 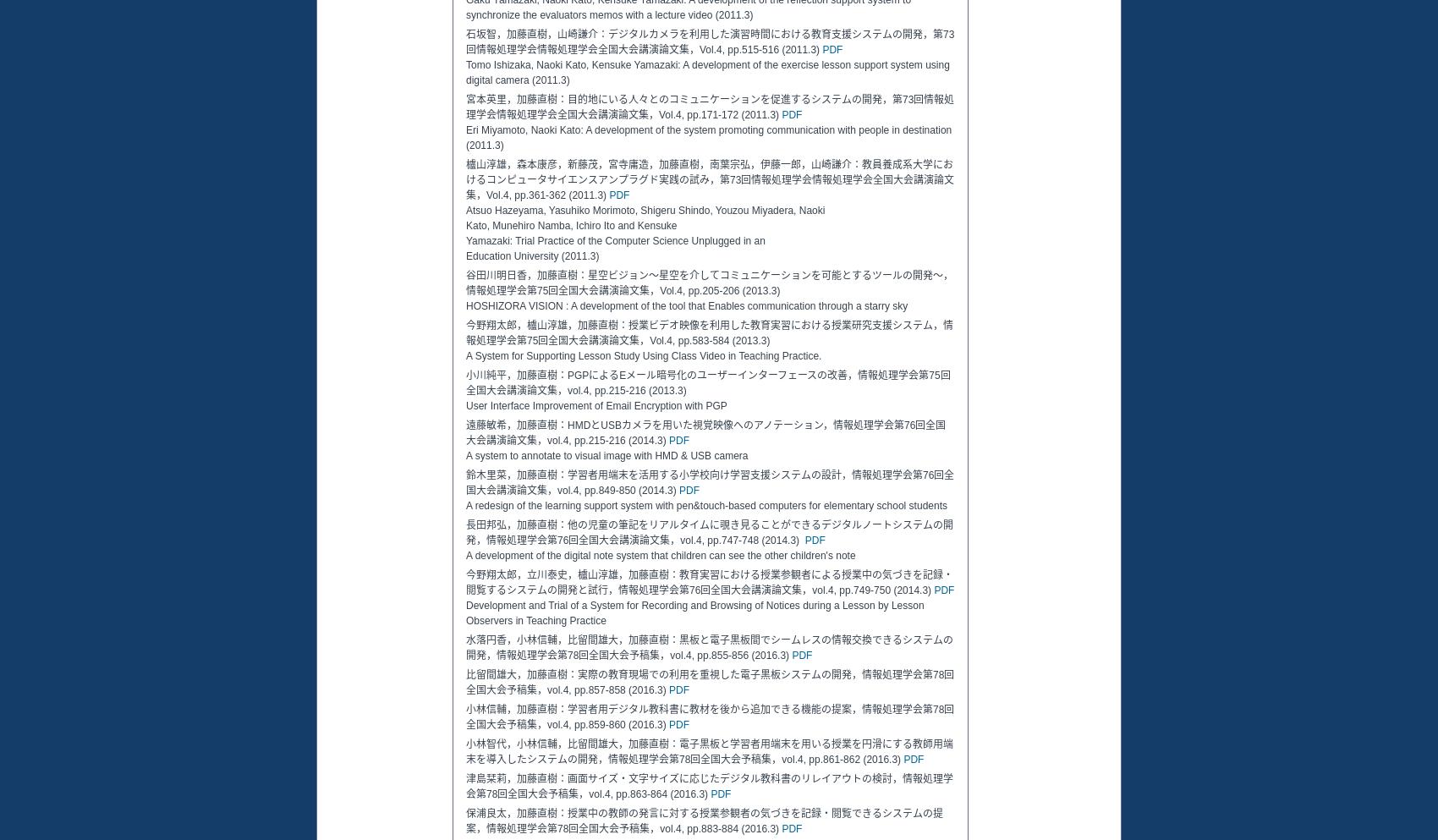 What do you see at coordinates (707, 136) in the screenshot?
I see `'Eri Miyamoto, Naoki Kato: A development of the system promoting communication with people in destination (2011.3)'` at bounding box center [707, 136].